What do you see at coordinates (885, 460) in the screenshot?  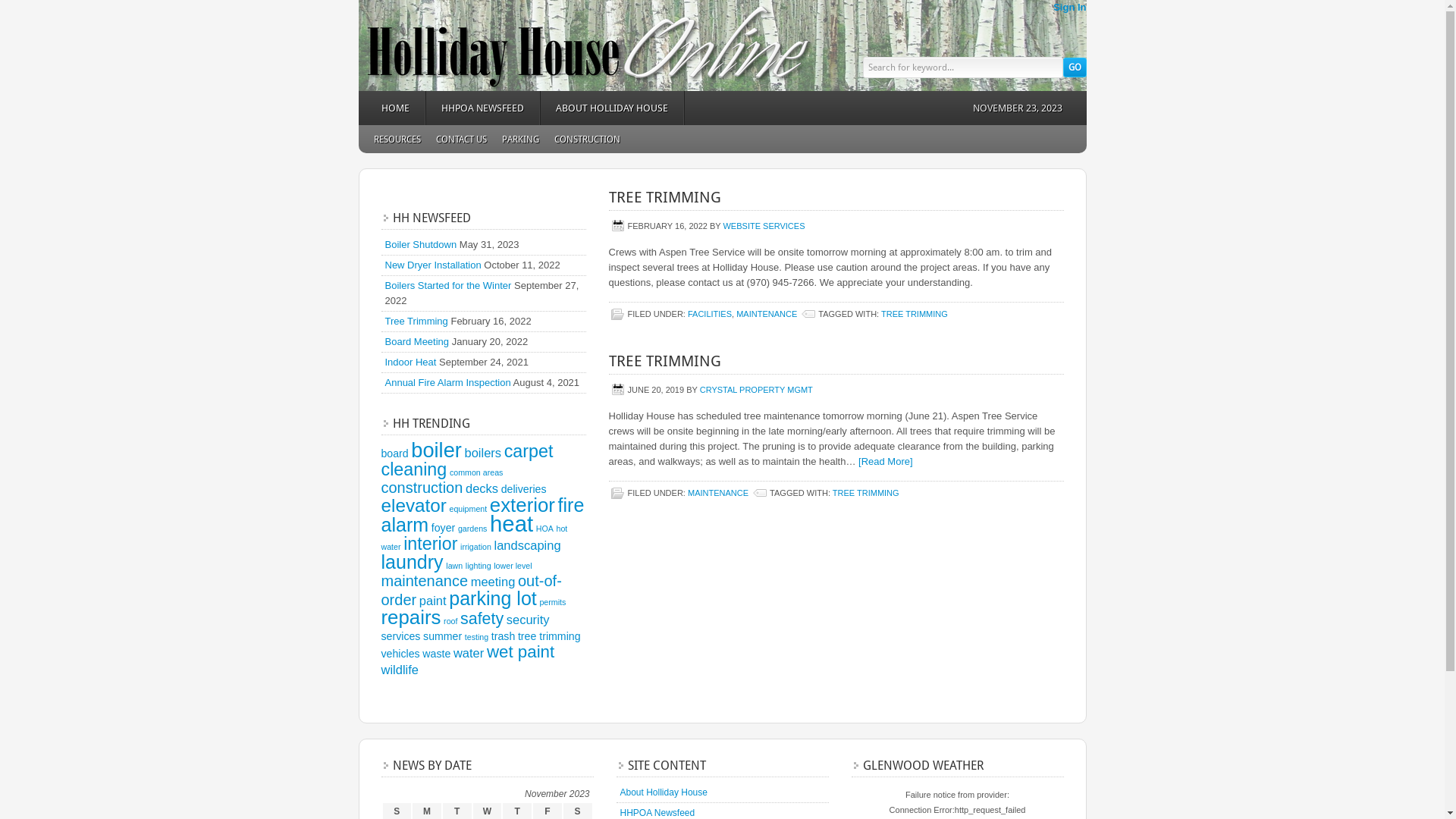 I see `'[Read More]'` at bounding box center [885, 460].